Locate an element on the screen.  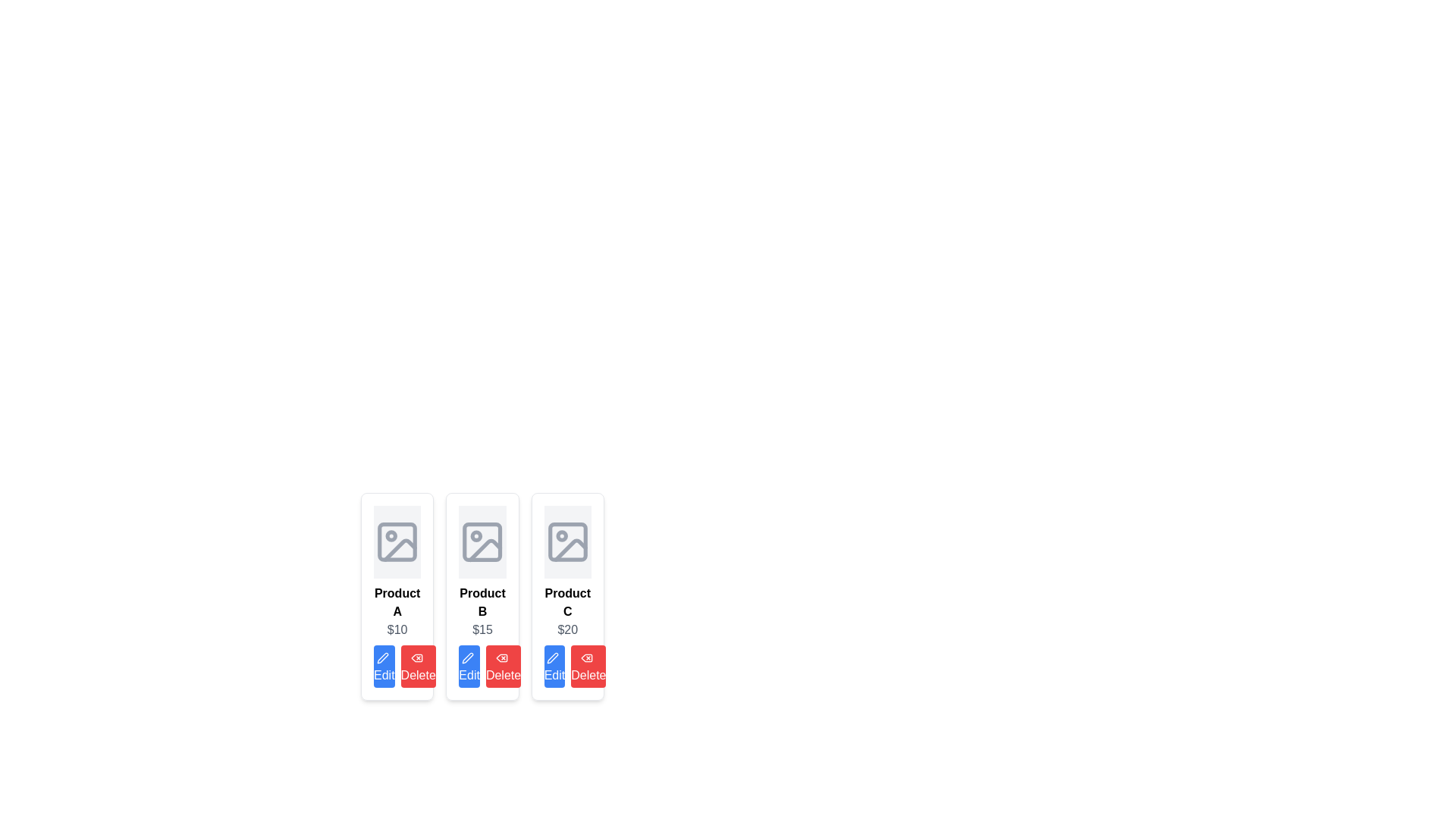
the gray picture frame icon with a circular node and diagonal line located in the first product card above the title 'Product A' and price '$10' is located at coordinates (397, 541).